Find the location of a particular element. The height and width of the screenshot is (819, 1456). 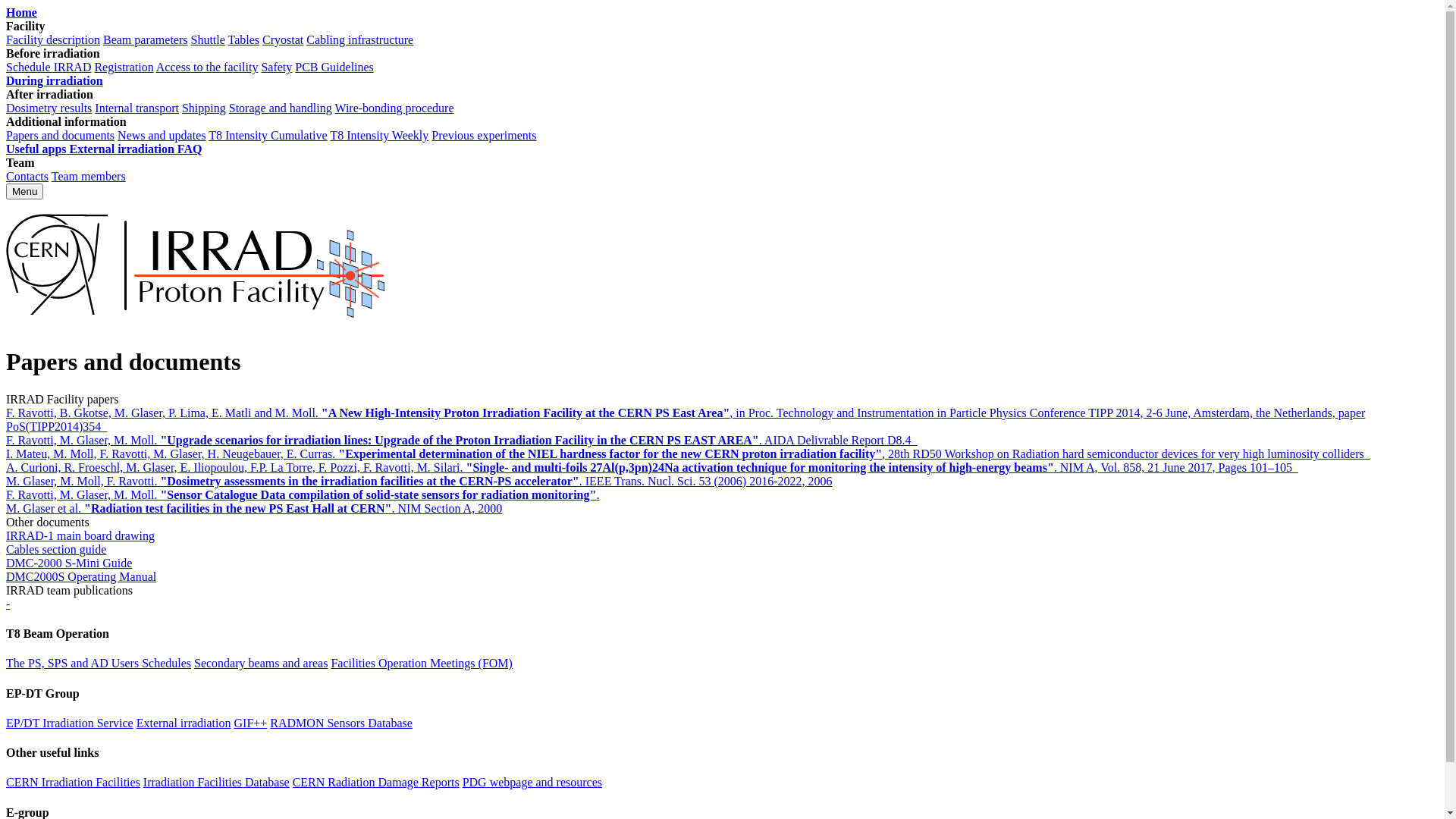

'Contacts' is located at coordinates (6, 175).